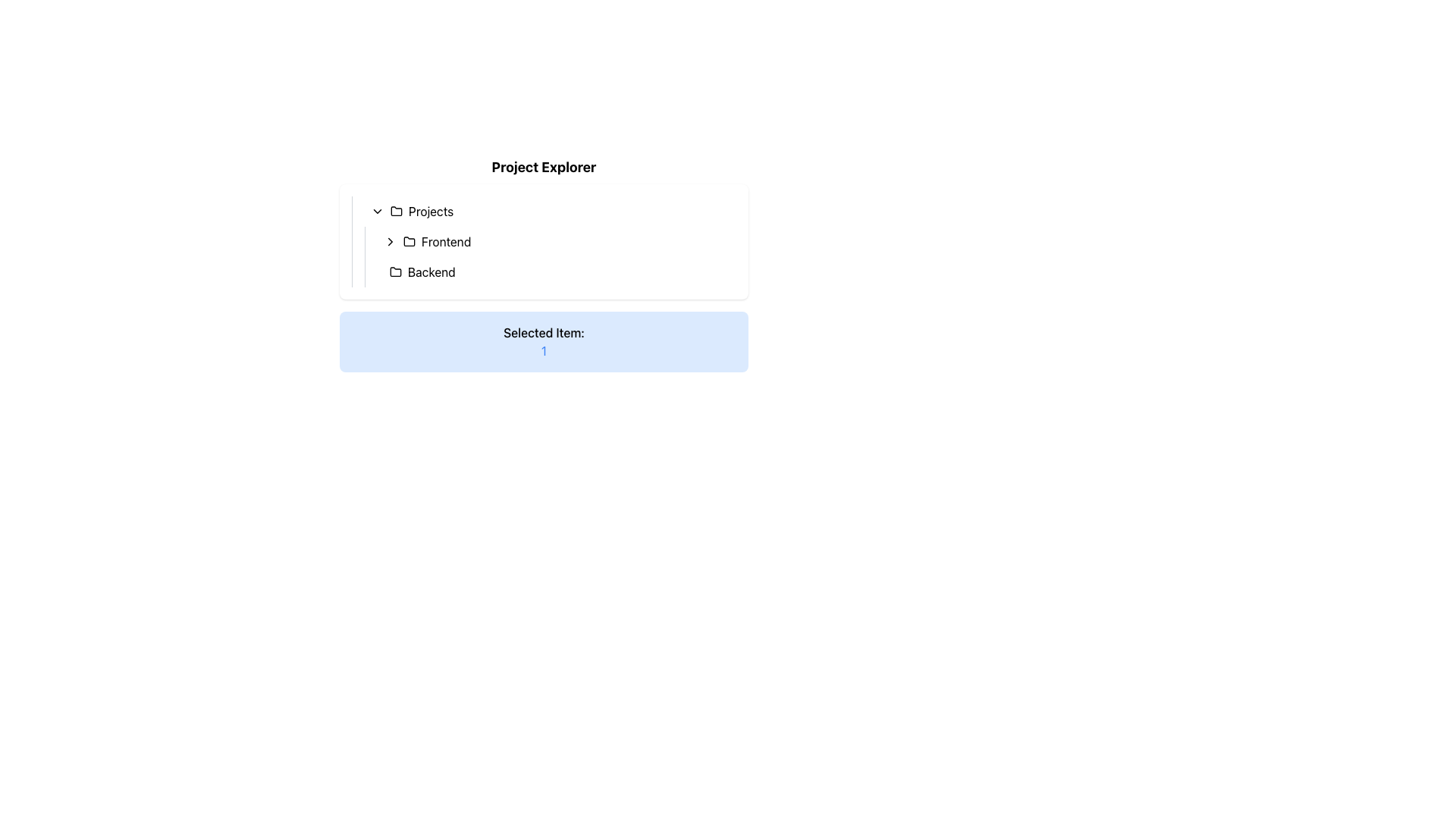 The width and height of the screenshot is (1456, 819). Describe the element at coordinates (390, 241) in the screenshot. I see `the Chevron or expansion toggle icon` at that location.